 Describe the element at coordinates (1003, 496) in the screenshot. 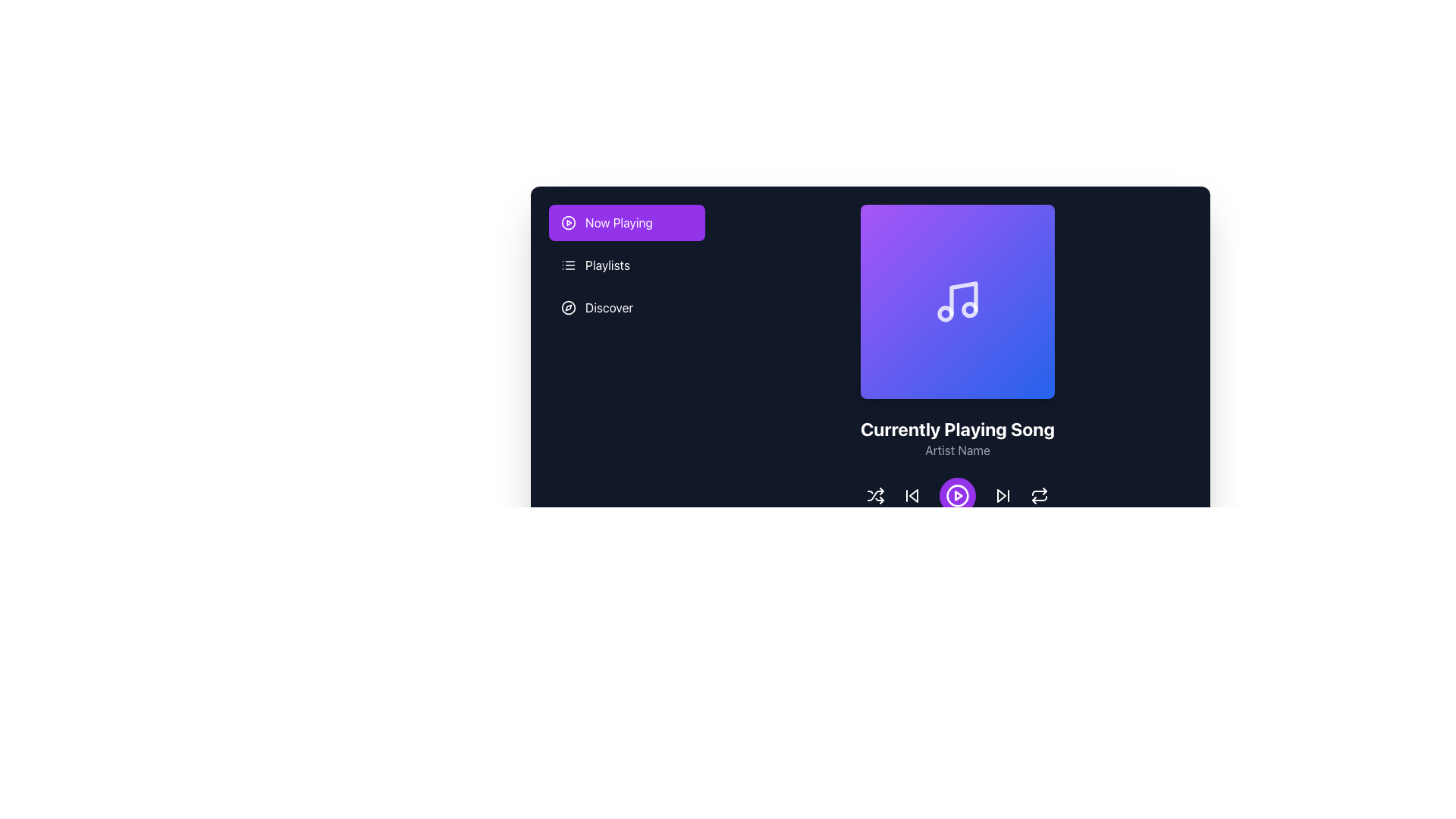

I see `the forward-skip button, which features a triangular forward arrow on a navy blue background, to trigger the color change effect to purple` at that location.